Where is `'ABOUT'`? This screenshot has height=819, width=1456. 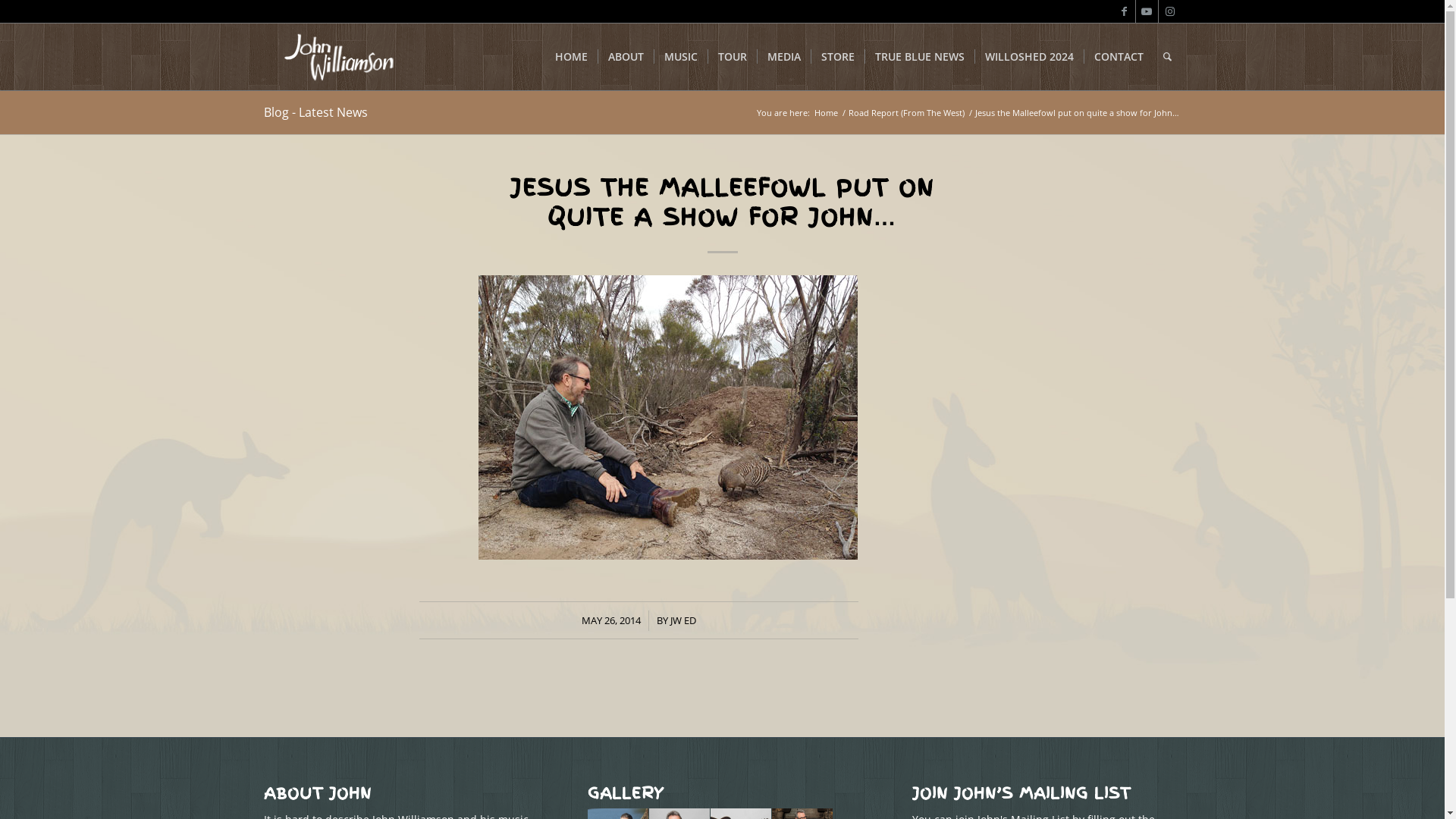 'ABOUT' is located at coordinates (626, 55).